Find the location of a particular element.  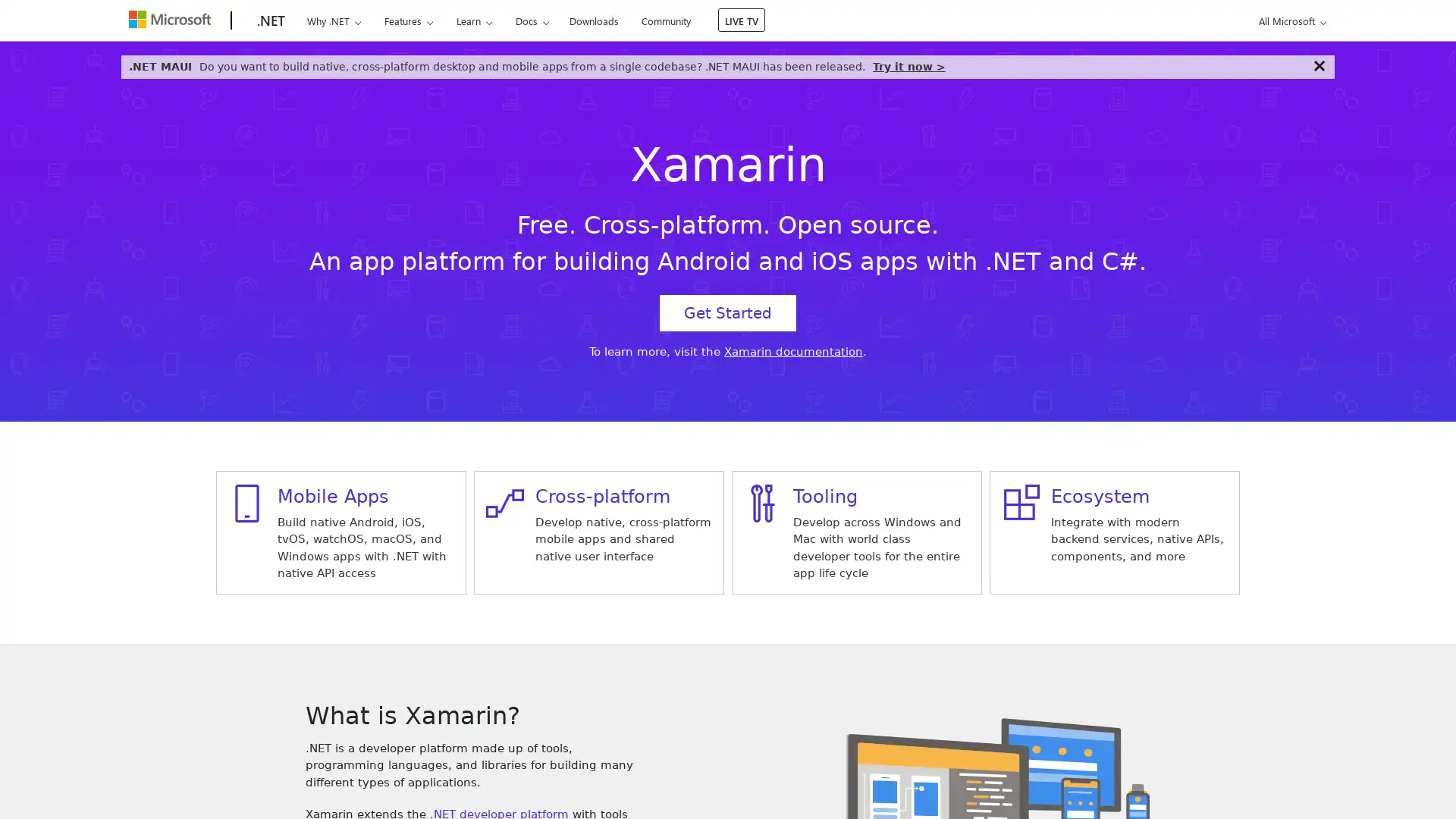

close is located at coordinates (1318, 65).